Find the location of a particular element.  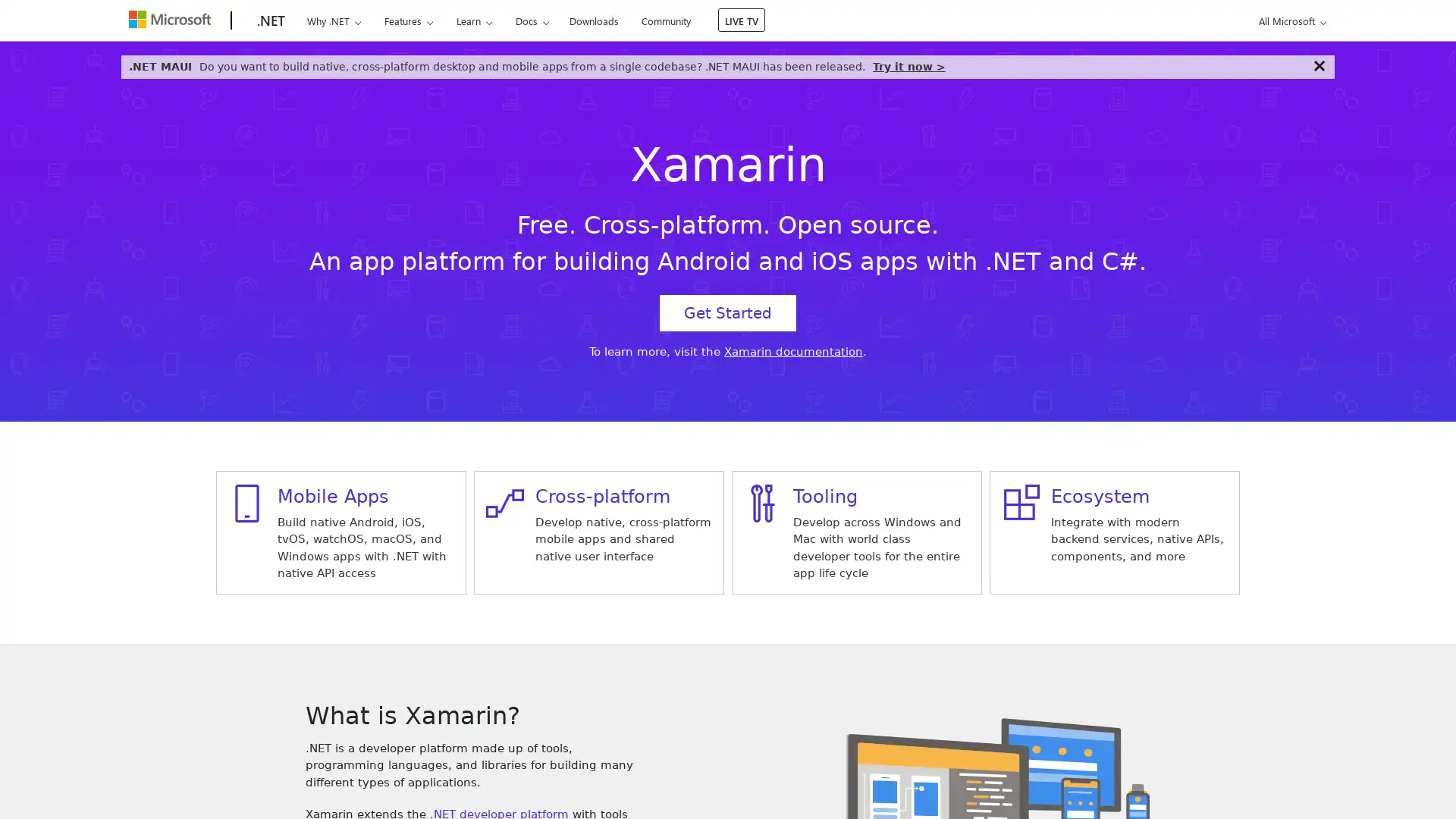

close is located at coordinates (1318, 65).